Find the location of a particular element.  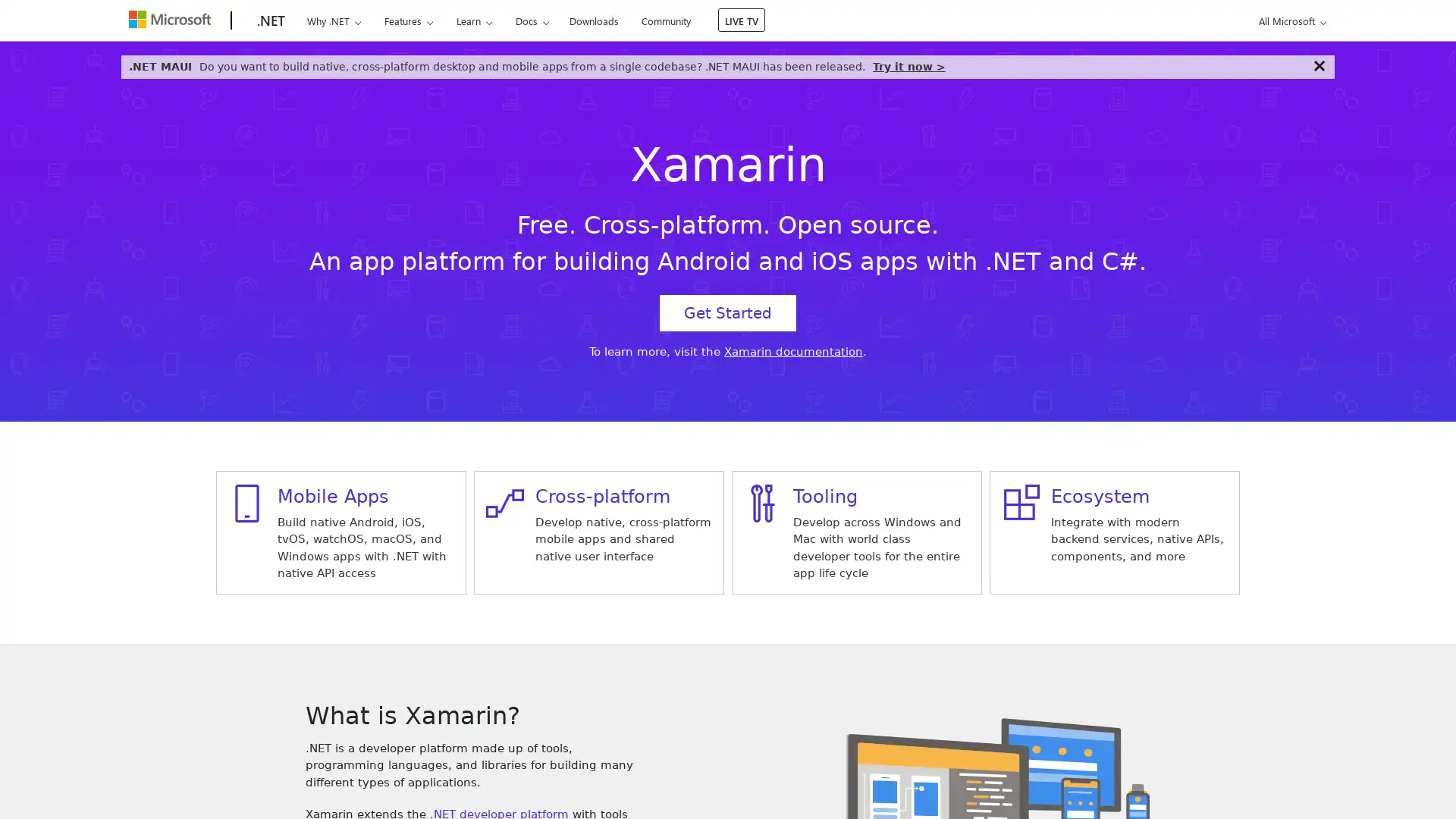

close is located at coordinates (1318, 65).